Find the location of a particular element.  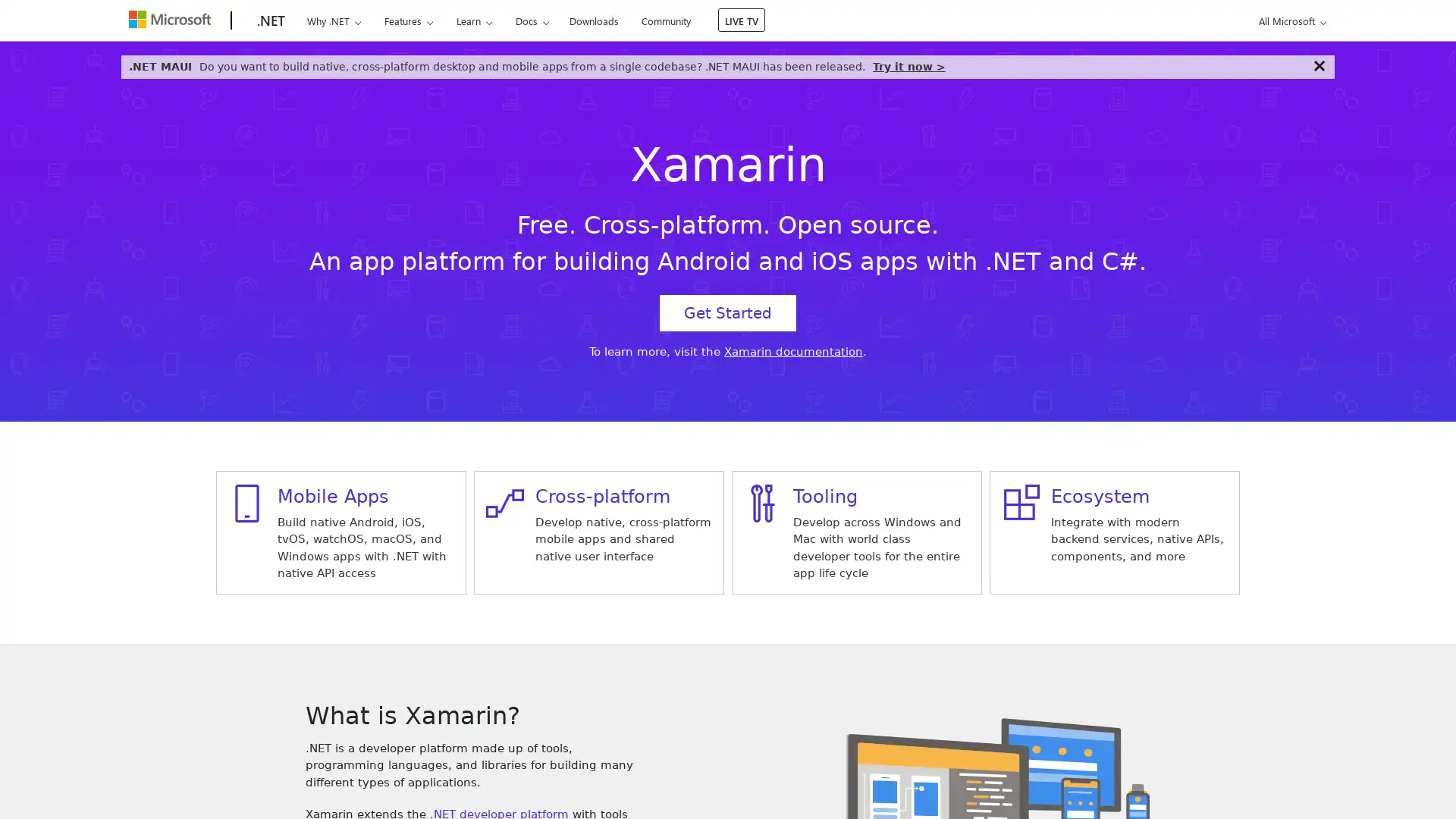

close is located at coordinates (1318, 65).